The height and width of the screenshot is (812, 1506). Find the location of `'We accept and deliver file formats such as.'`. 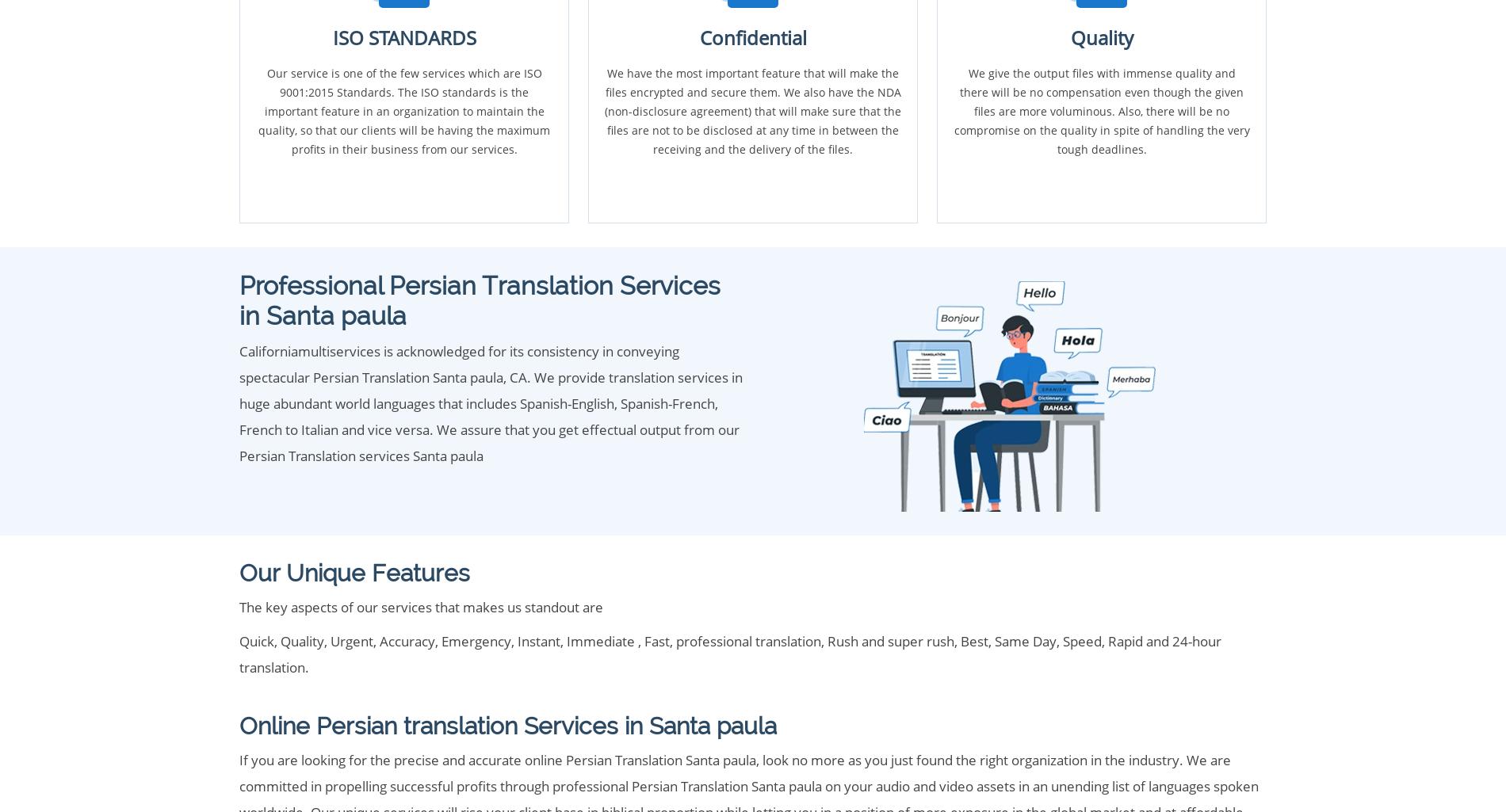

'We accept and deliver file formats such as.' is located at coordinates (352, 496).